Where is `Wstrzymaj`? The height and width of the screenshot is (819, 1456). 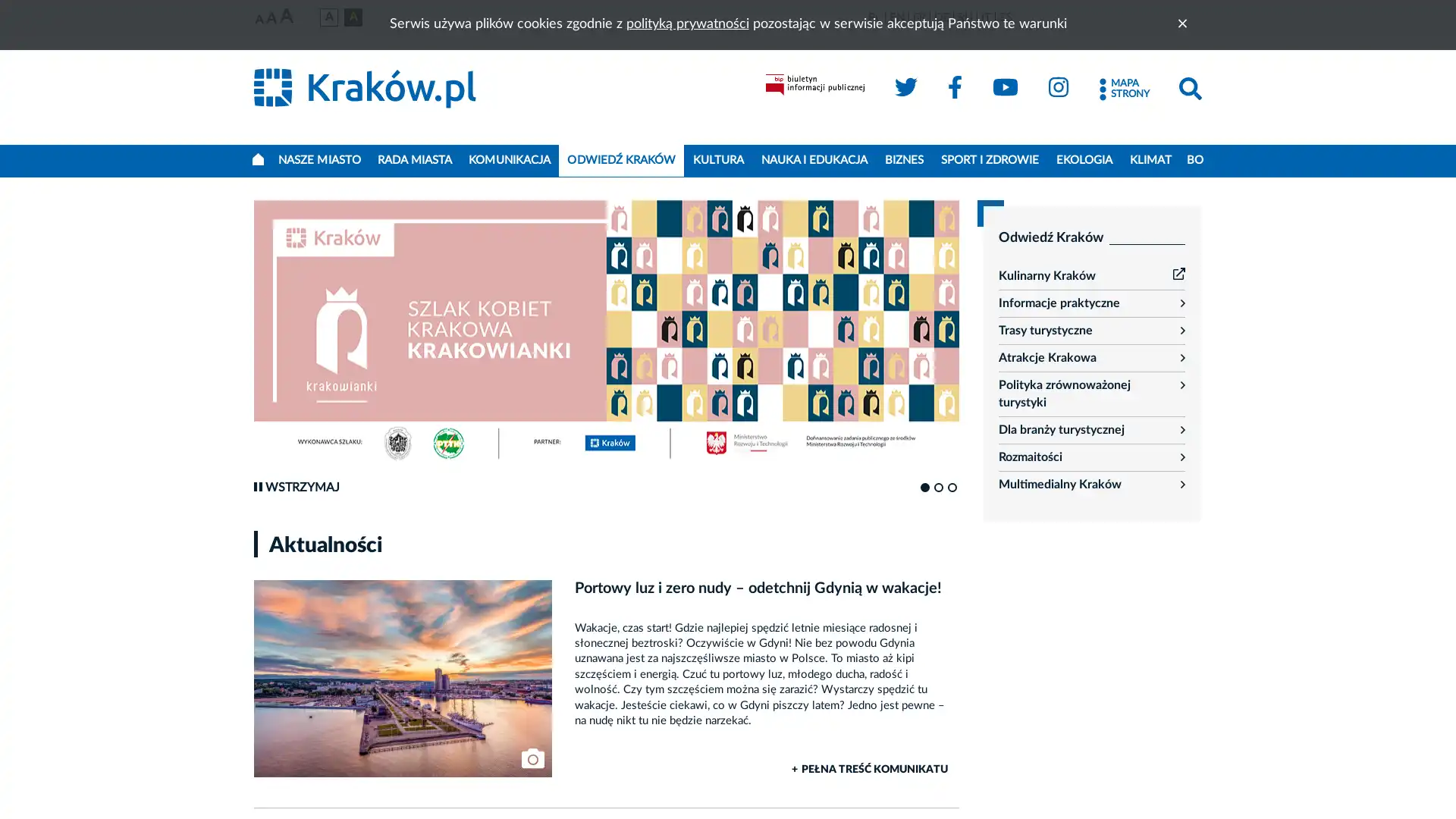
Wstrzymaj is located at coordinates (296, 488).